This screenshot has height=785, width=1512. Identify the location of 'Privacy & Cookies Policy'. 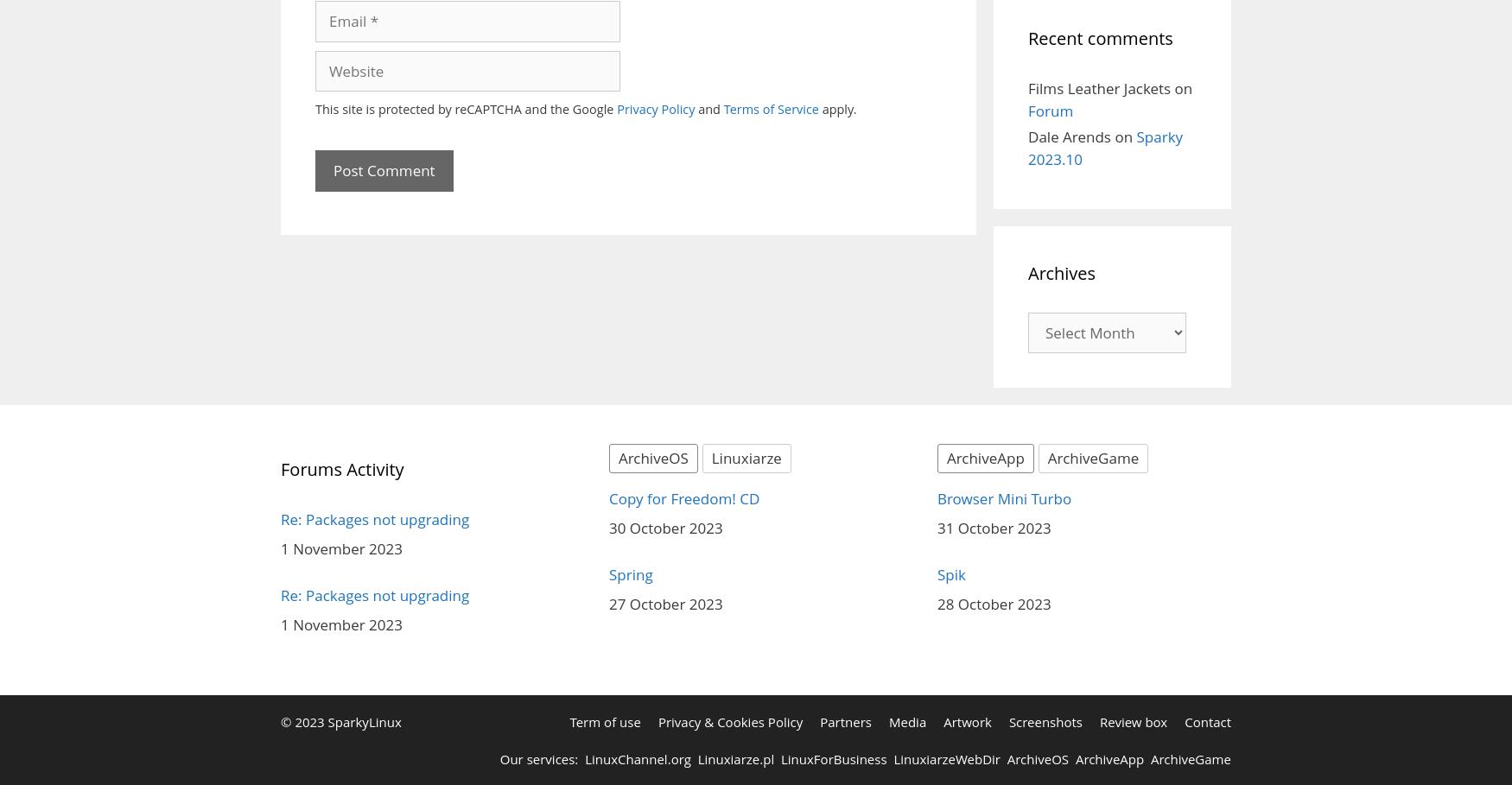
(730, 722).